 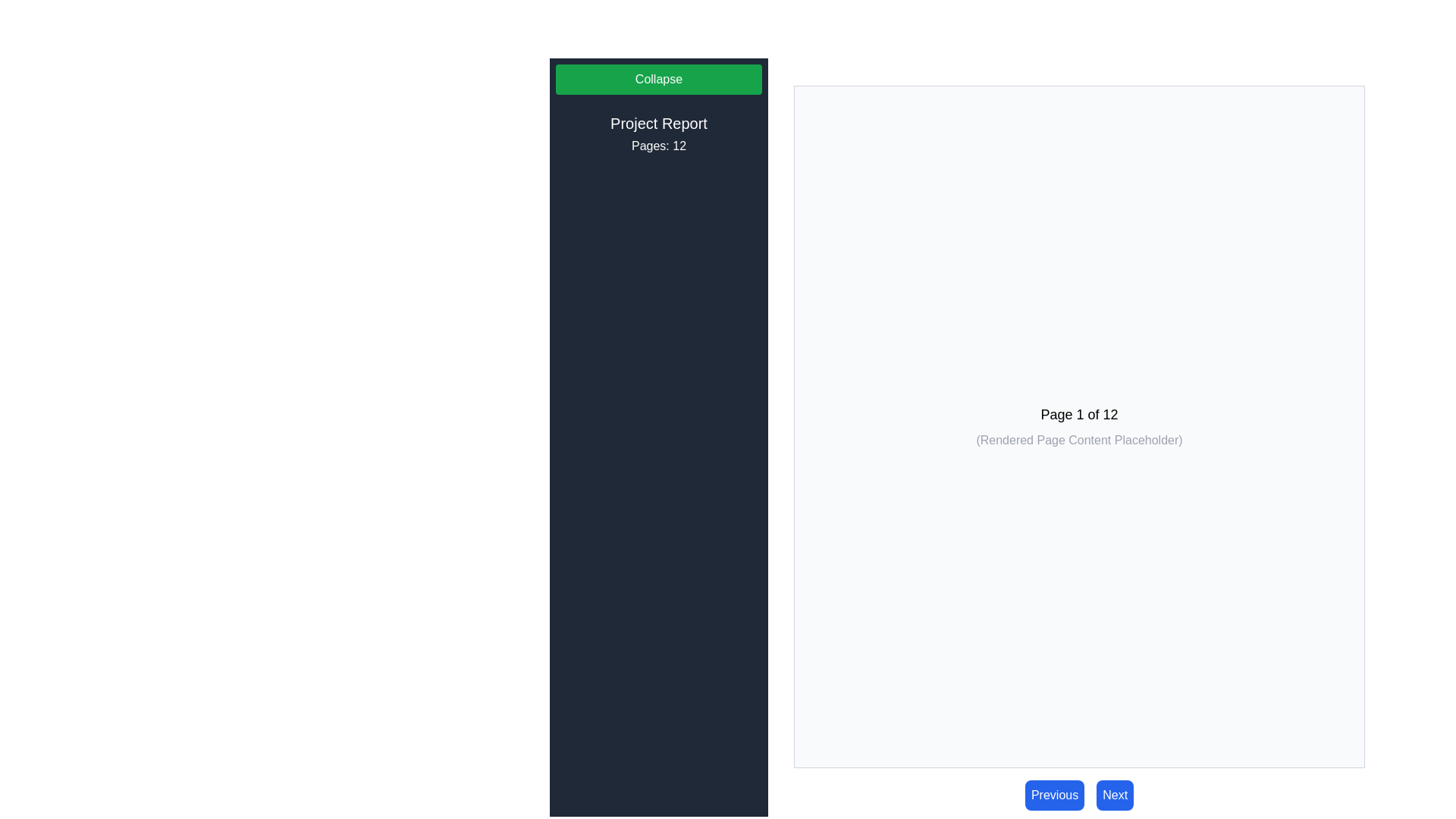 What do you see at coordinates (1078, 795) in the screenshot?
I see `the 'Previous' button in the grouped button navigation control, which has a blue background and white text` at bounding box center [1078, 795].